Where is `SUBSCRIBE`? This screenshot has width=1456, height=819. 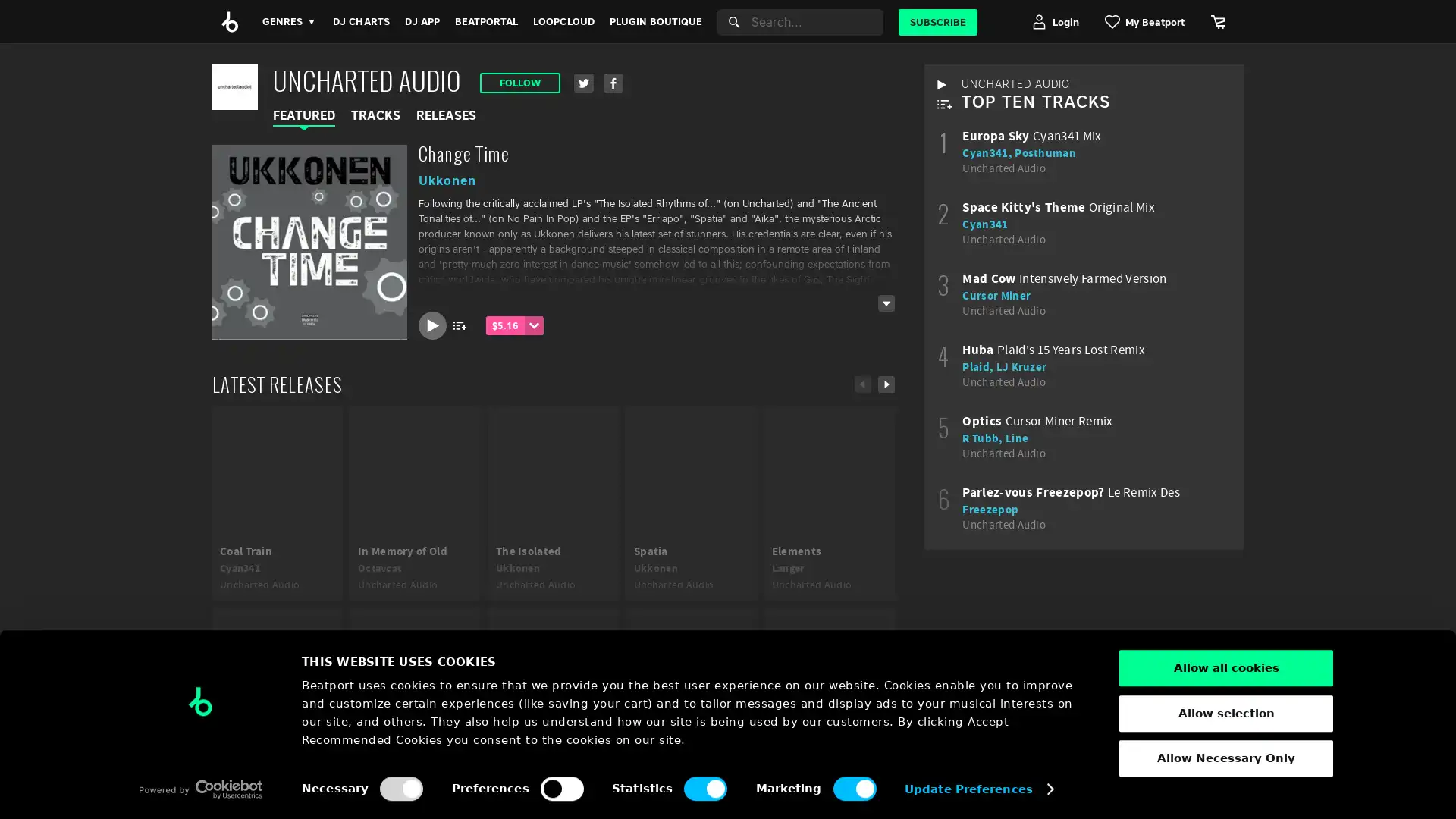
SUBSCRIBE is located at coordinates (937, 21).